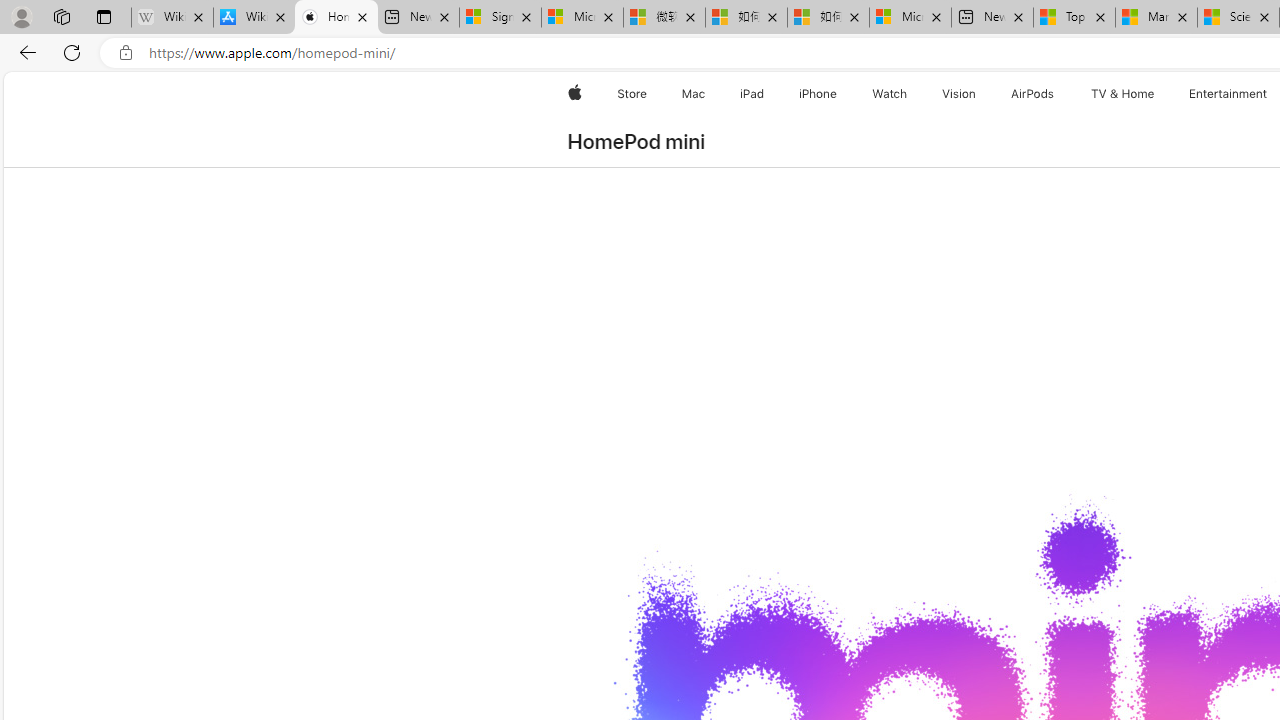 This screenshot has height=720, width=1280. I want to click on 'AirPods', so click(1032, 93).